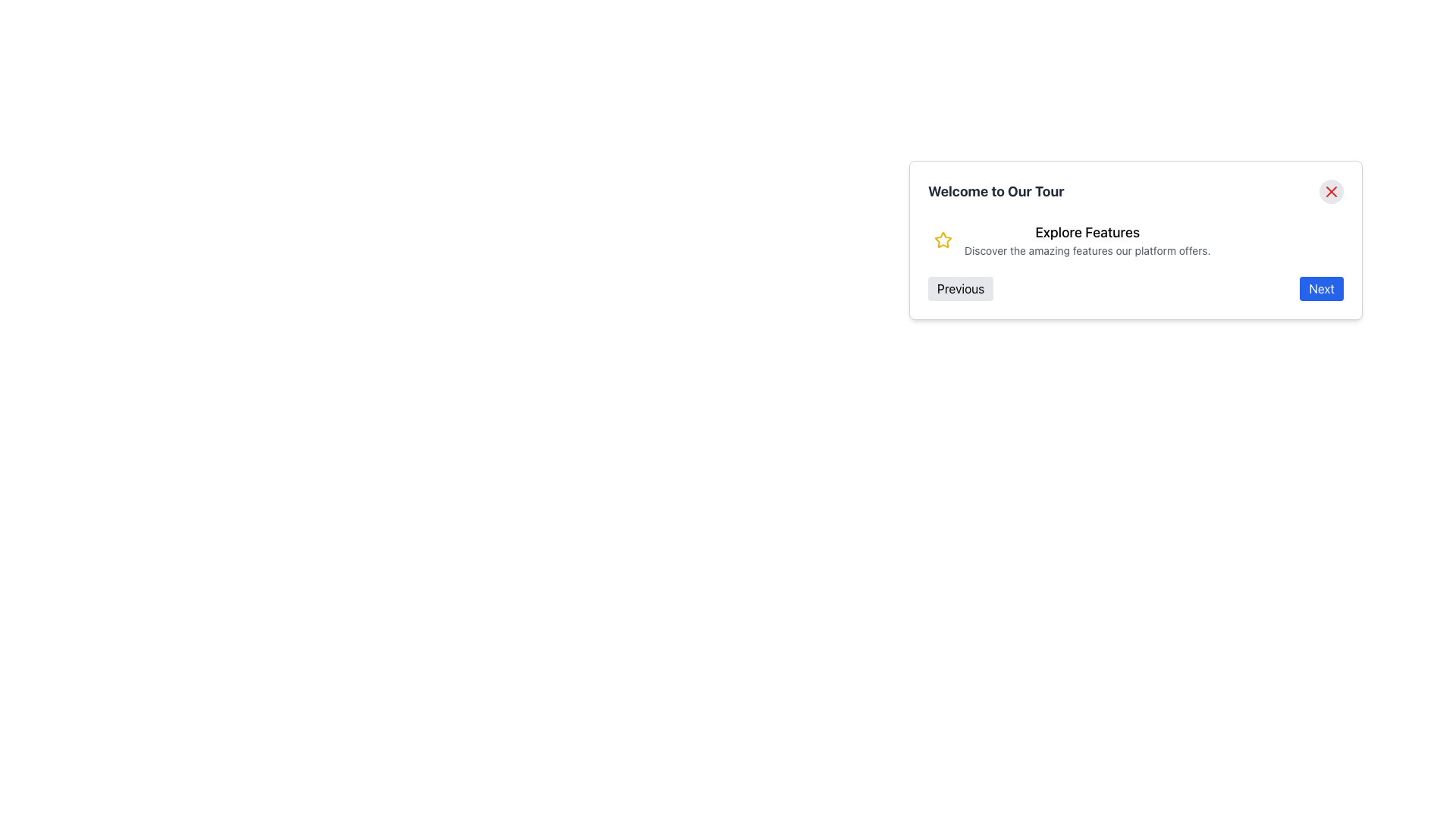 Image resolution: width=1456 pixels, height=819 pixels. Describe the element at coordinates (960, 289) in the screenshot. I see `the 'Previous' button, which is a rectangular button with a soft gray background and slightly rounded edges` at that location.